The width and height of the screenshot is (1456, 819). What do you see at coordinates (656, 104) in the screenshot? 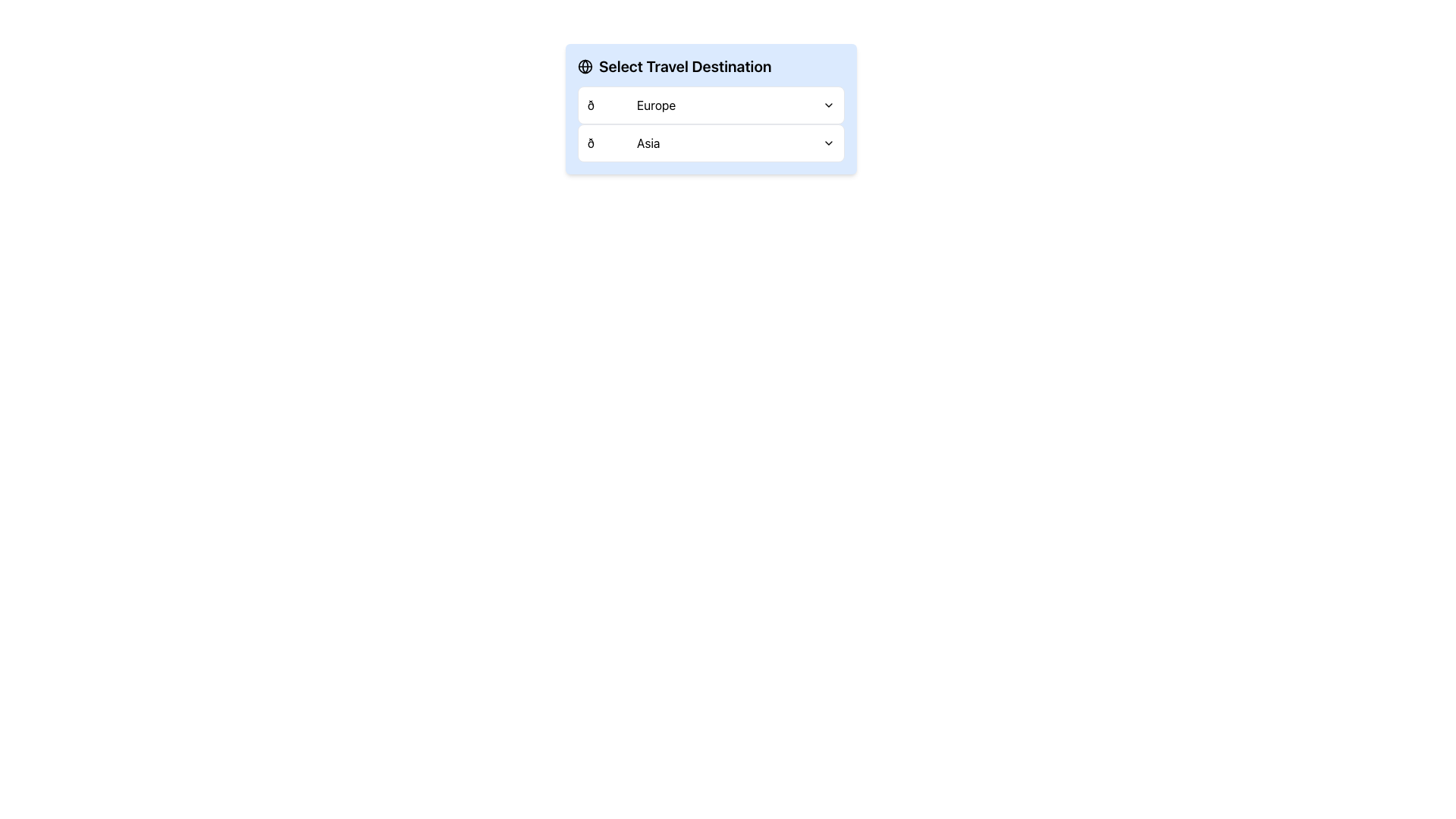
I see `the text label displaying 'Europe' in black font, located in the first row of the selection menu under 'Select Travel Destination'` at bounding box center [656, 104].